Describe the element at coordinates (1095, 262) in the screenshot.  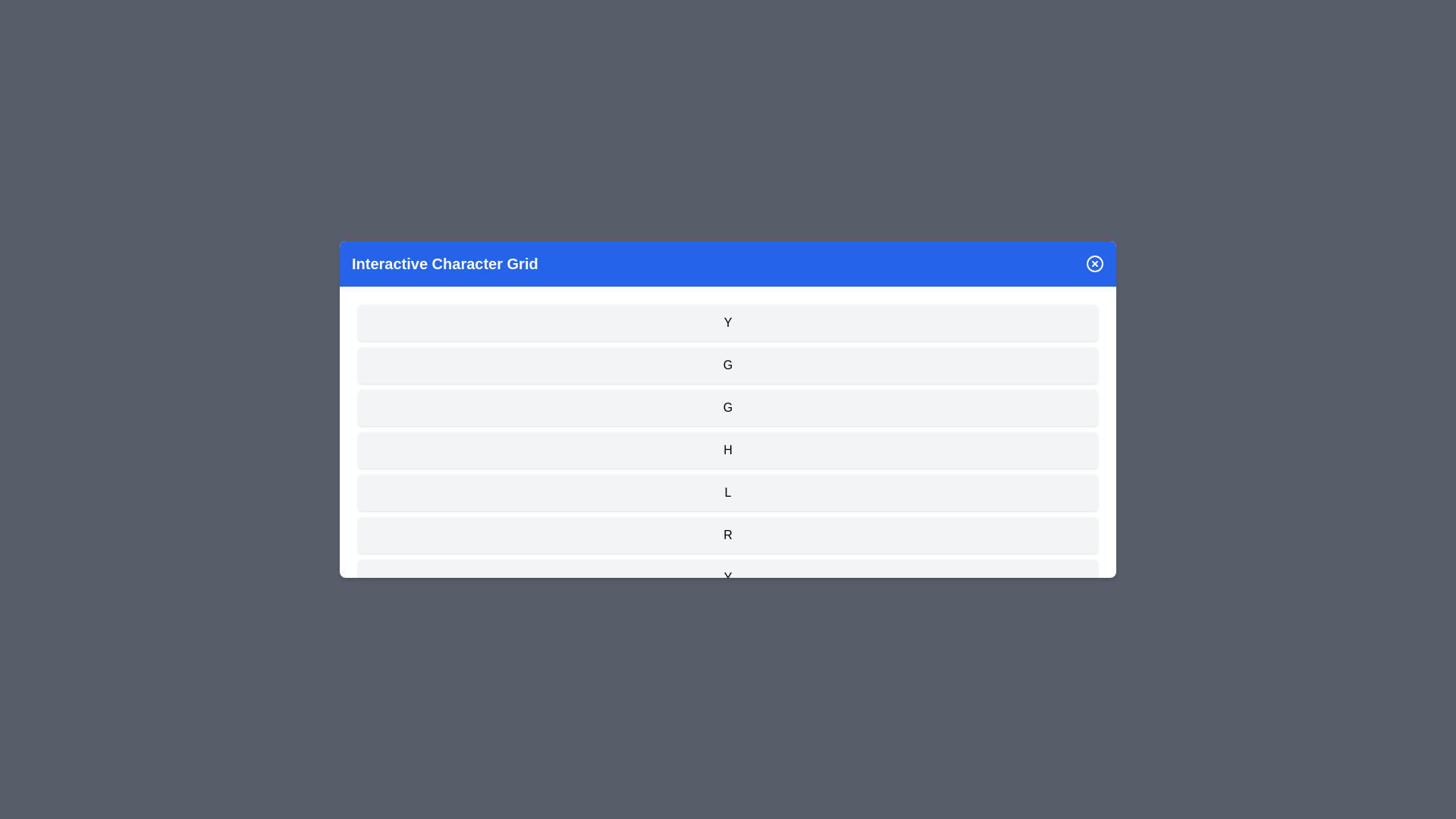
I see `close button to dismiss the dialog` at that location.